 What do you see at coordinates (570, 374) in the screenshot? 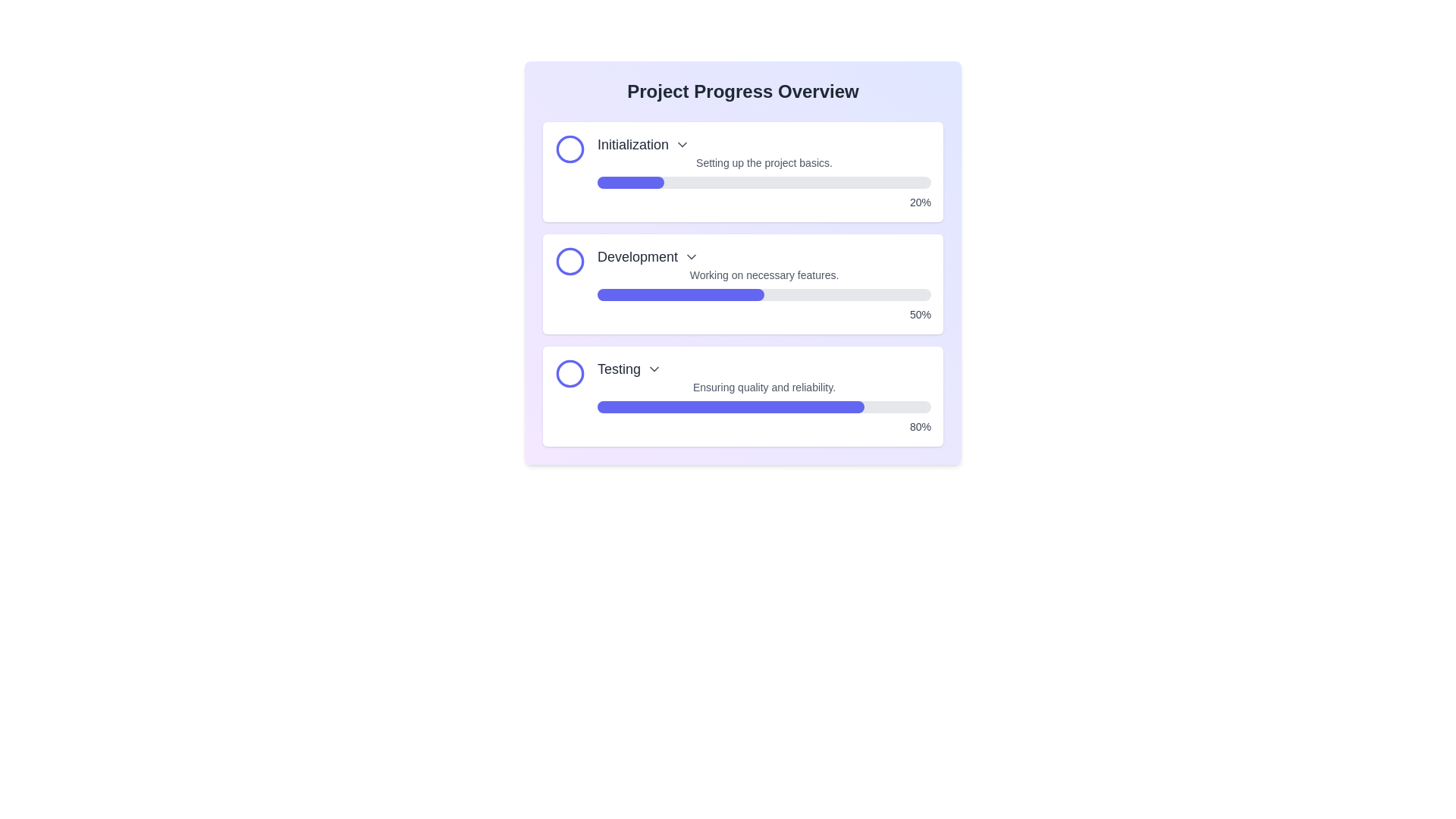
I see `the indigo circular icon located to the left of the 'Testing' text` at bounding box center [570, 374].